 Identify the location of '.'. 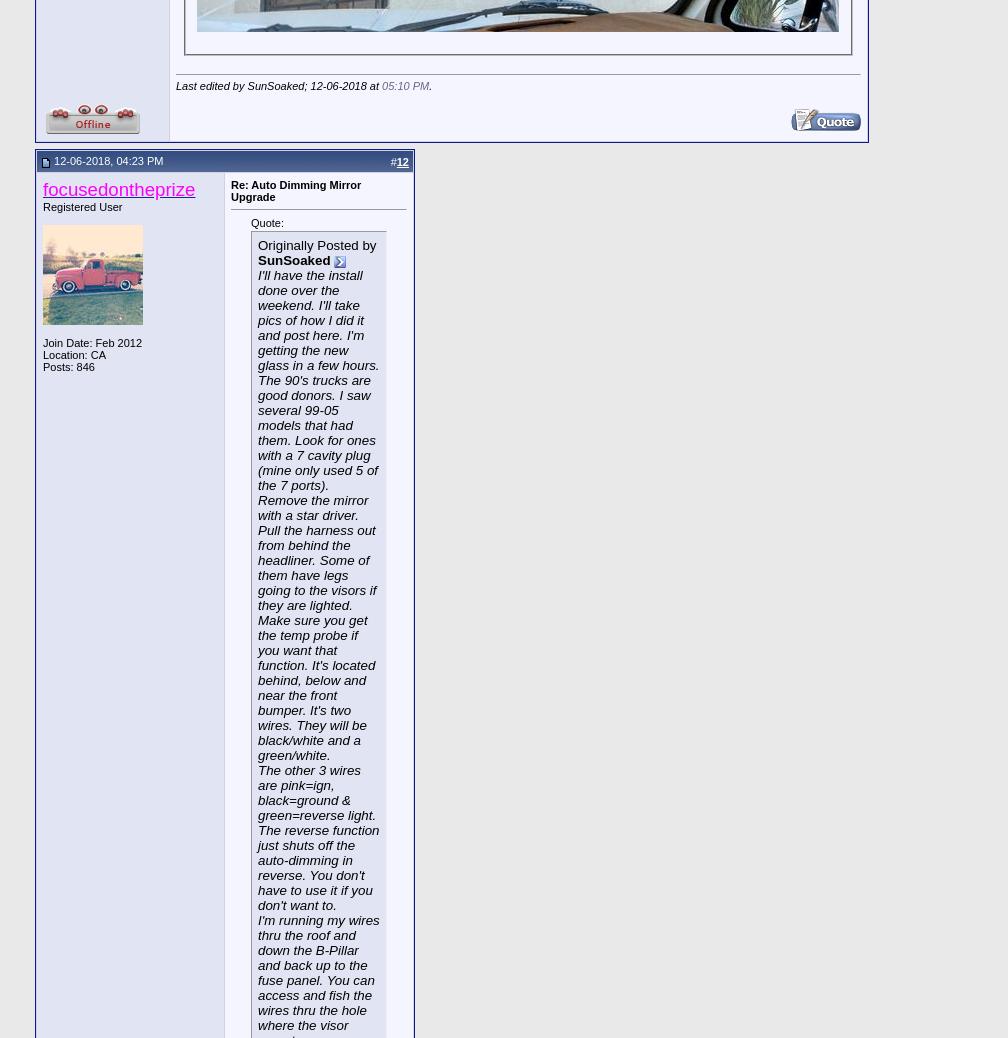
(430, 85).